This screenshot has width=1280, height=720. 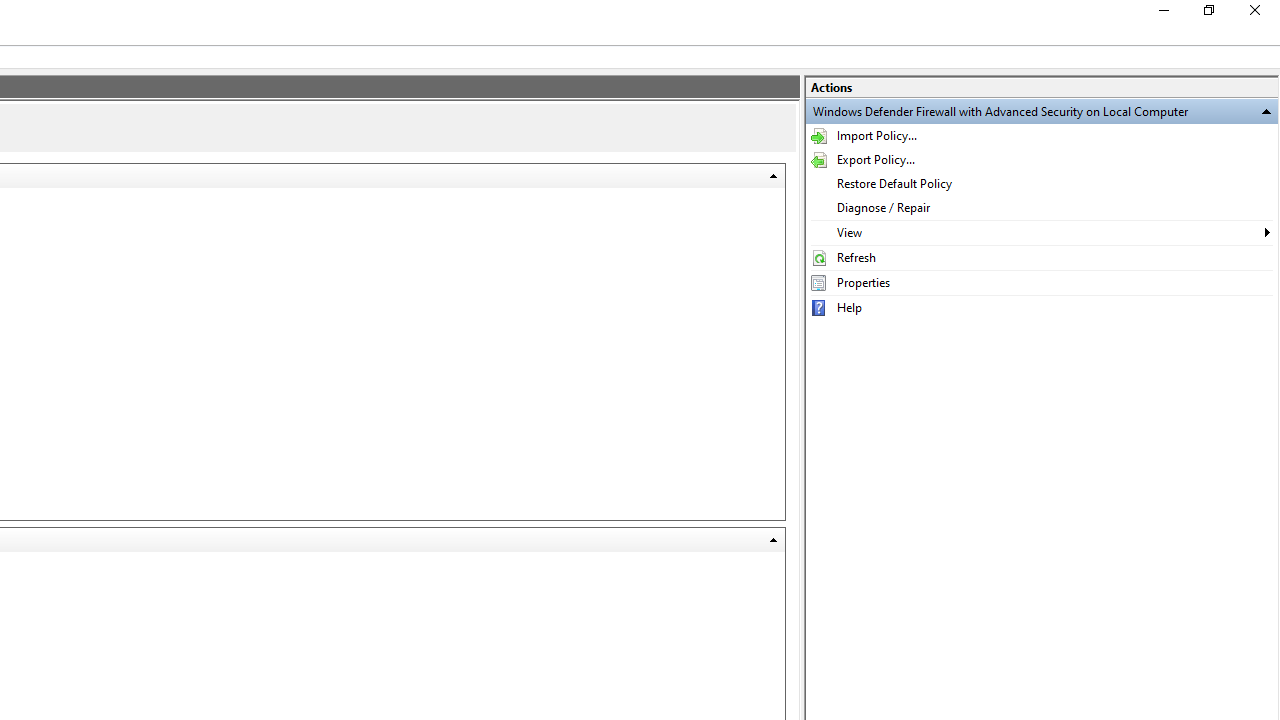 I want to click on 'Diagnose / Repair', so click(x=1040, y=208).